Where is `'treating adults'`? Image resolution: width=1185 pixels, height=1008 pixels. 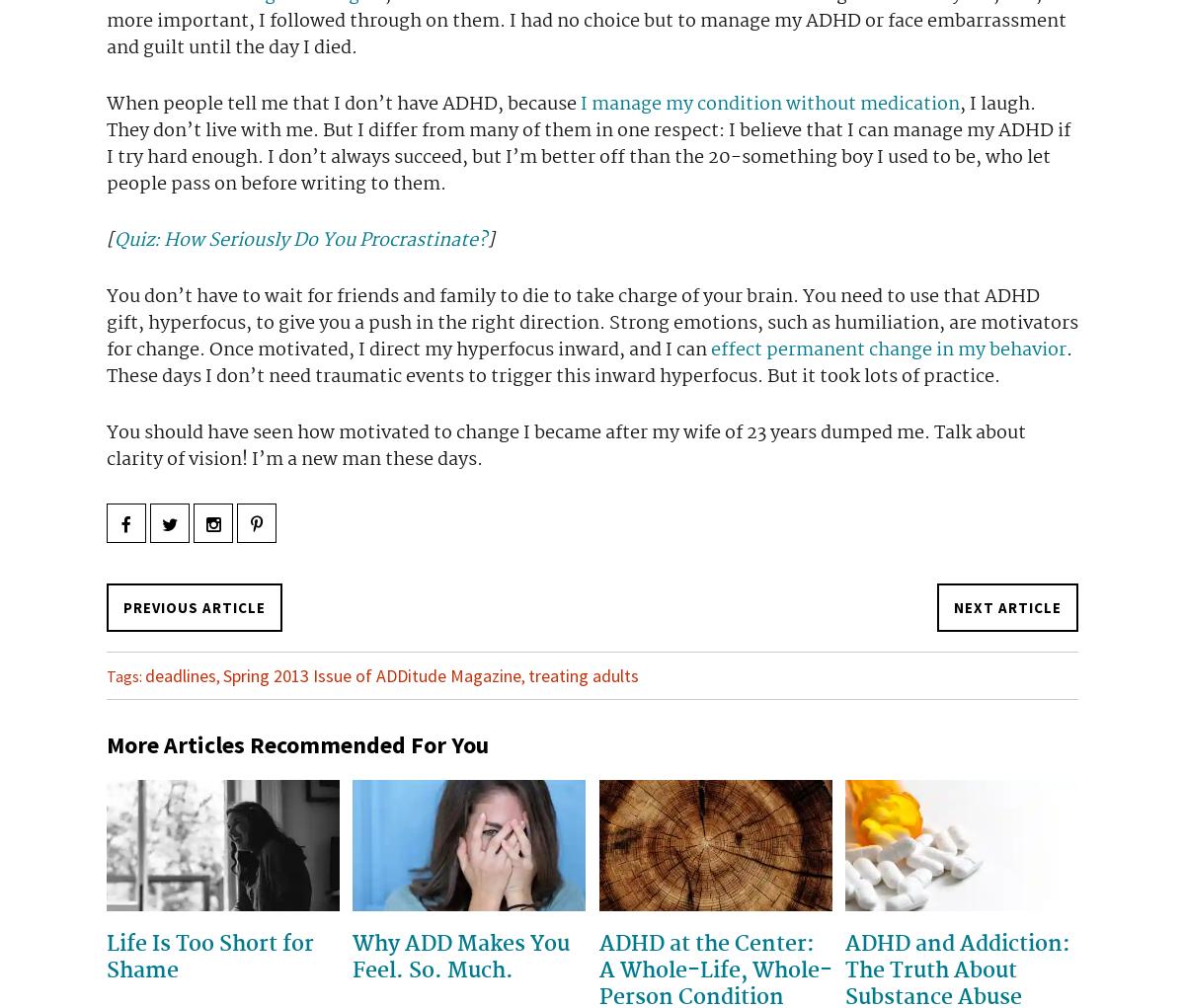 'treating adults' is located at coordinates (583, 675).